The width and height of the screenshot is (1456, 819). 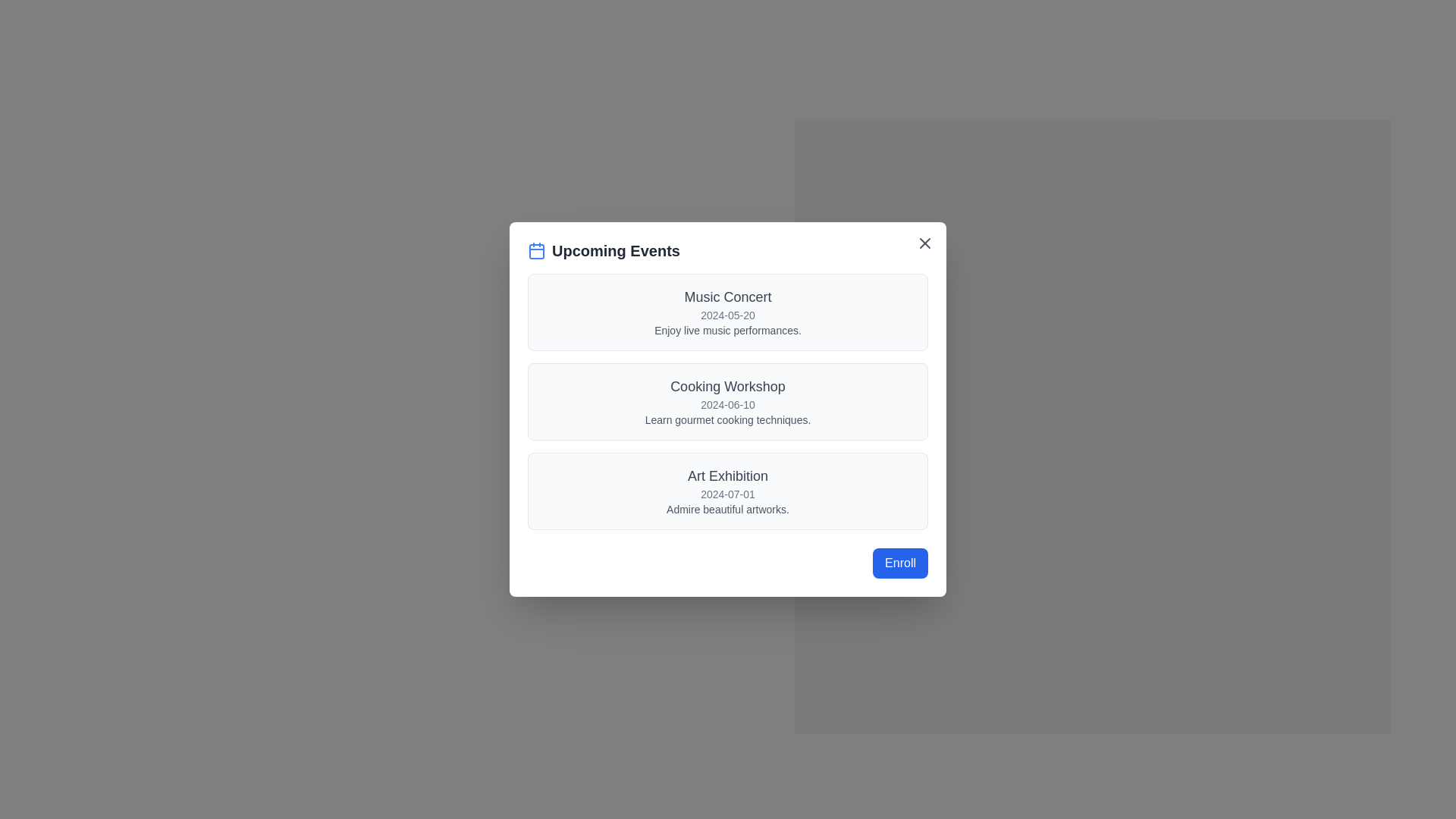 I want to click on the 'Enroll' button located at the bottom-right corner of the 'Upcoming Events' modal, which has a blue background and white text, so click(x=900, y=563).